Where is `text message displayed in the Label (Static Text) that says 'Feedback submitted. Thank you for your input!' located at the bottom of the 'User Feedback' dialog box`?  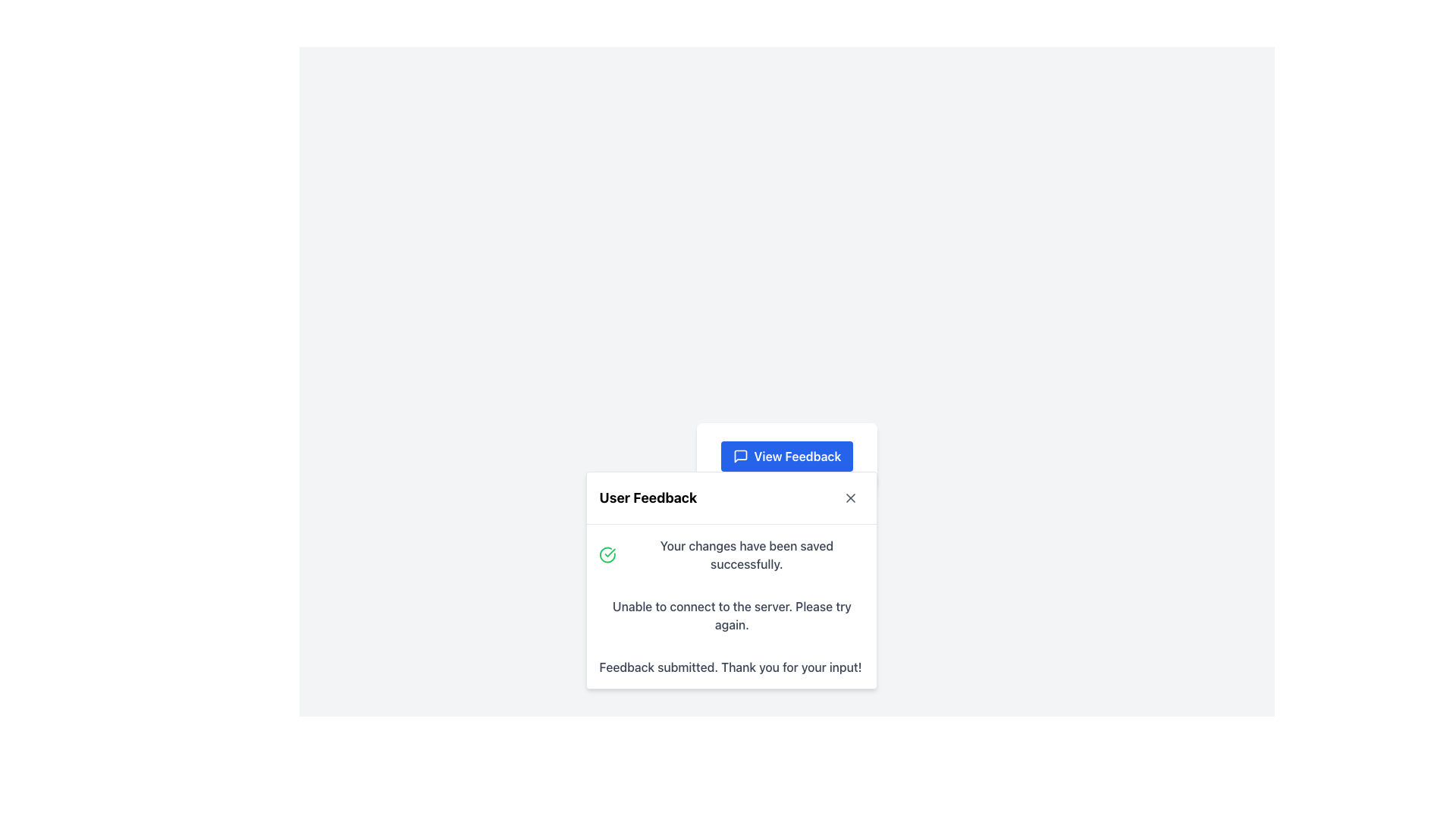
text message displayed in the Label (Static Text) that says 'Feedback submitted. Thank you for your input!' located at the bottom of the 'User Feedback' dialog box is located at coordinates (730, 666).